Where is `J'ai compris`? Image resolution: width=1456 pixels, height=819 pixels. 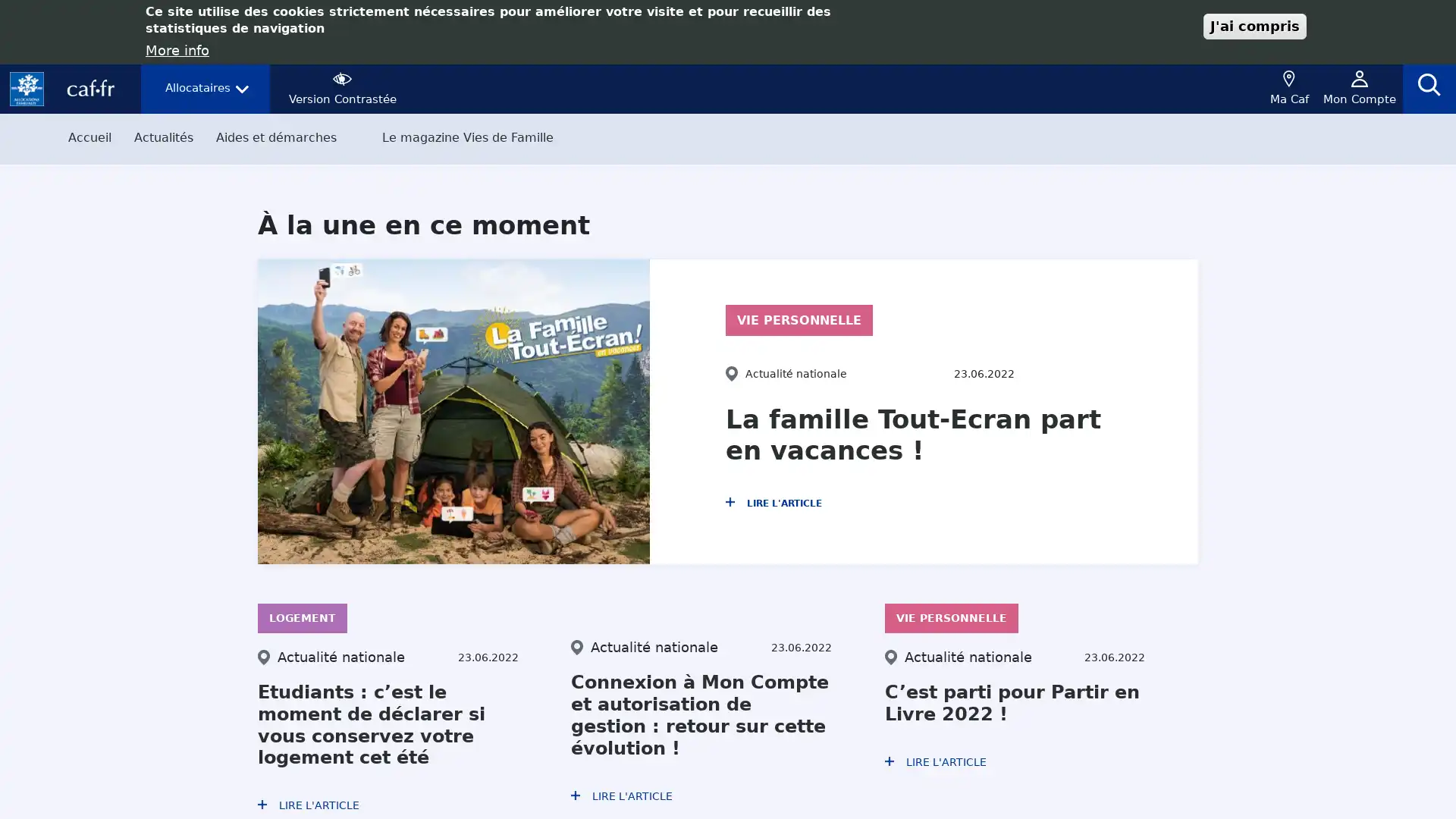 J'ai compris is located at coordinates (1255, 26).